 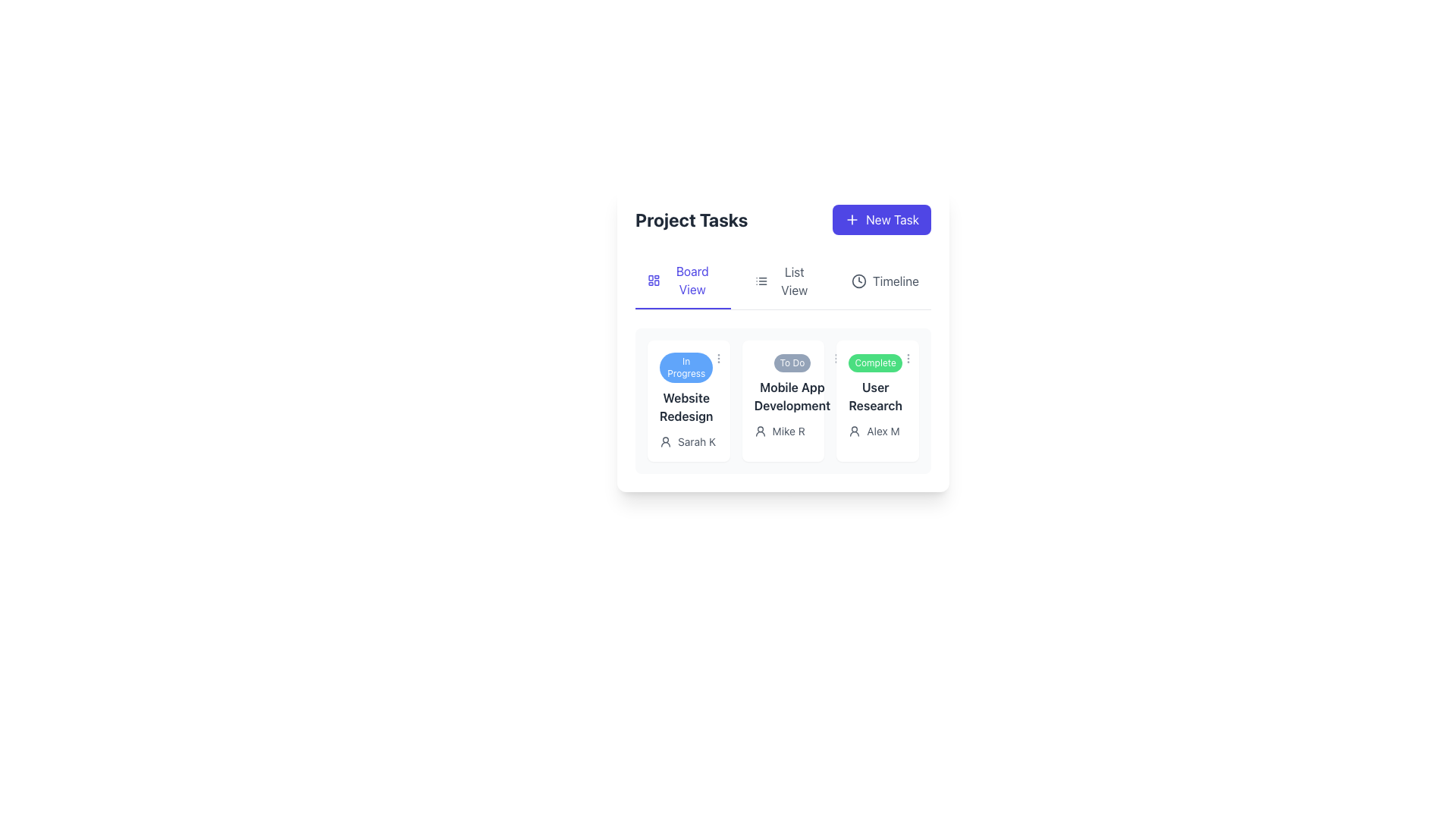 What do you see at coordinates (858, 281) in the screenshot?
I see `the circular boundary of the clock icon located in the top-right corner of the 'Project Tasks' interface, above the 'Board View' tabs and next to the 'Timeline' label` at bounding box center [858, 281].